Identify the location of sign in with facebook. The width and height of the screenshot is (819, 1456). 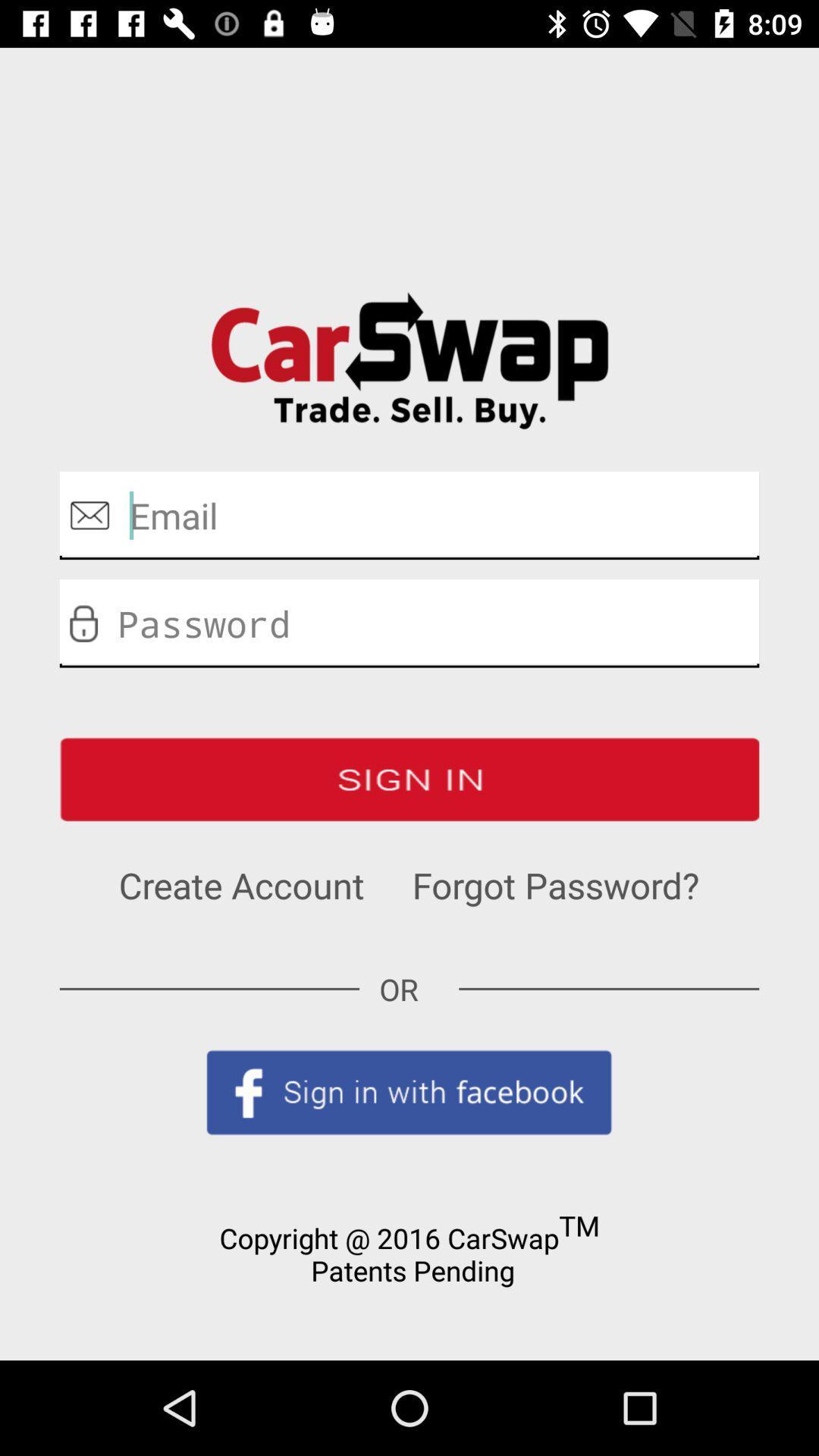
(409, 1092).